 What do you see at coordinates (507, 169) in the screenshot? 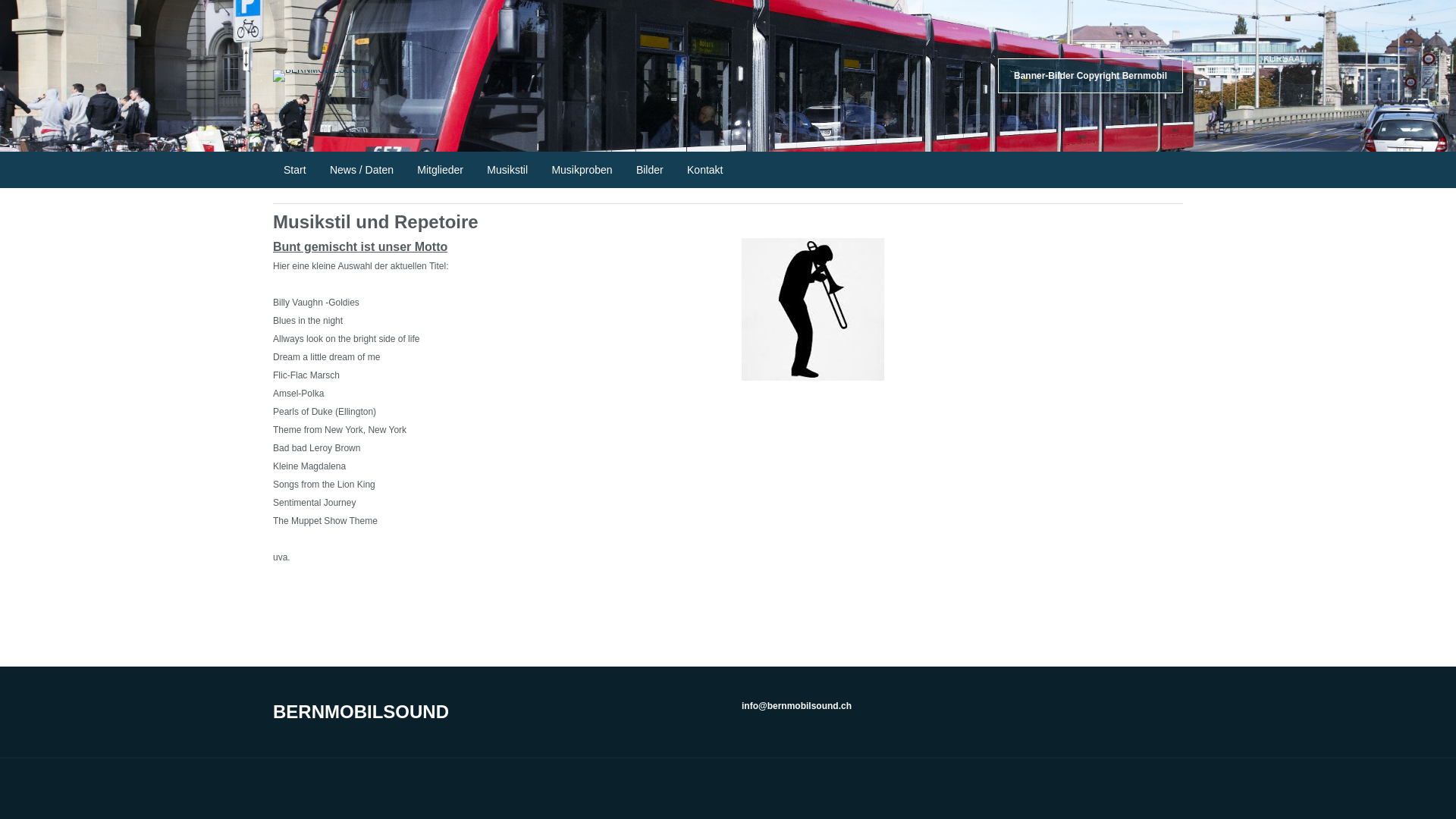
I see `'Musikstil'` at bounding box center [507, 169].